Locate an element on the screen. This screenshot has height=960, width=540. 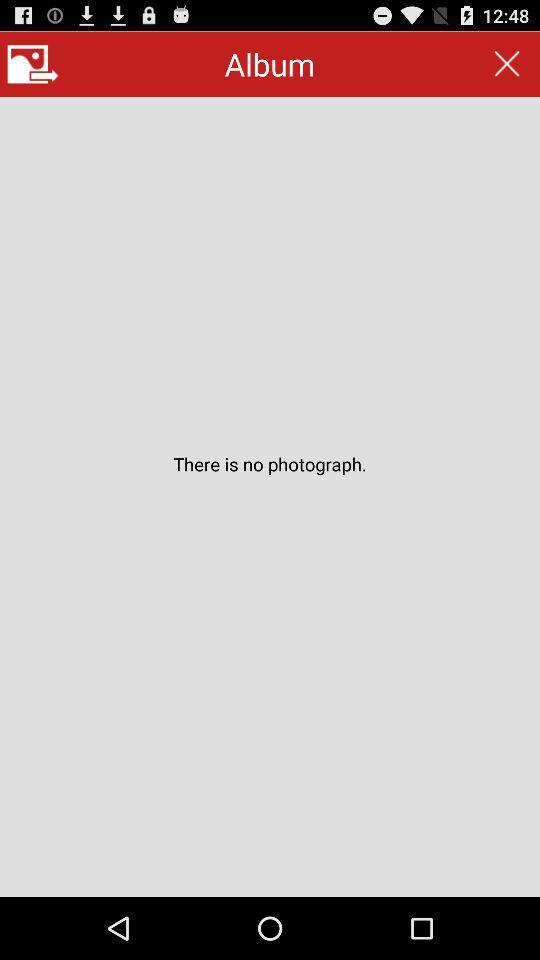
button at the top left corner is located at coordinates (31, 64).